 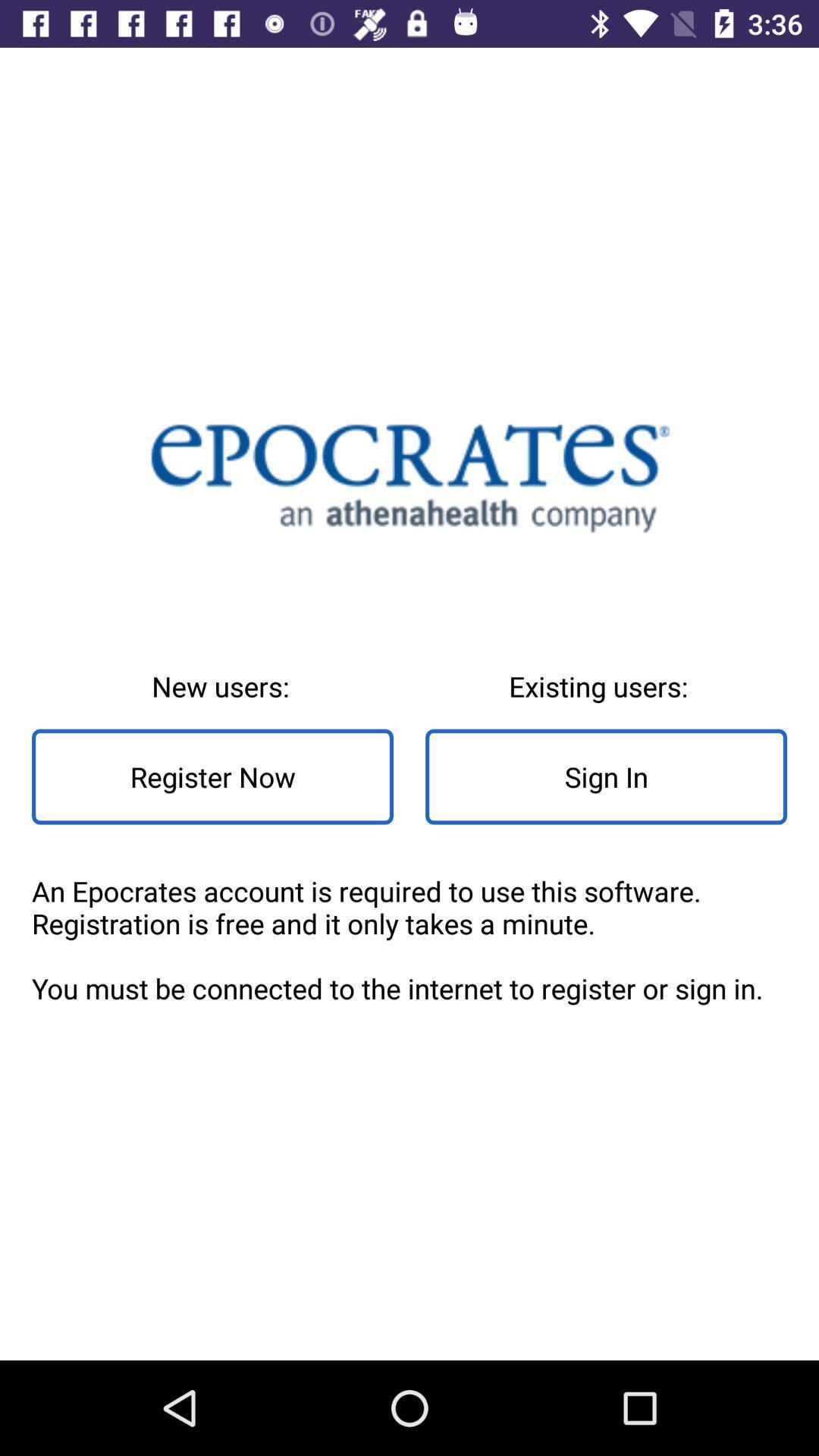 I want to click on sign in, so click(x=605, y=777).